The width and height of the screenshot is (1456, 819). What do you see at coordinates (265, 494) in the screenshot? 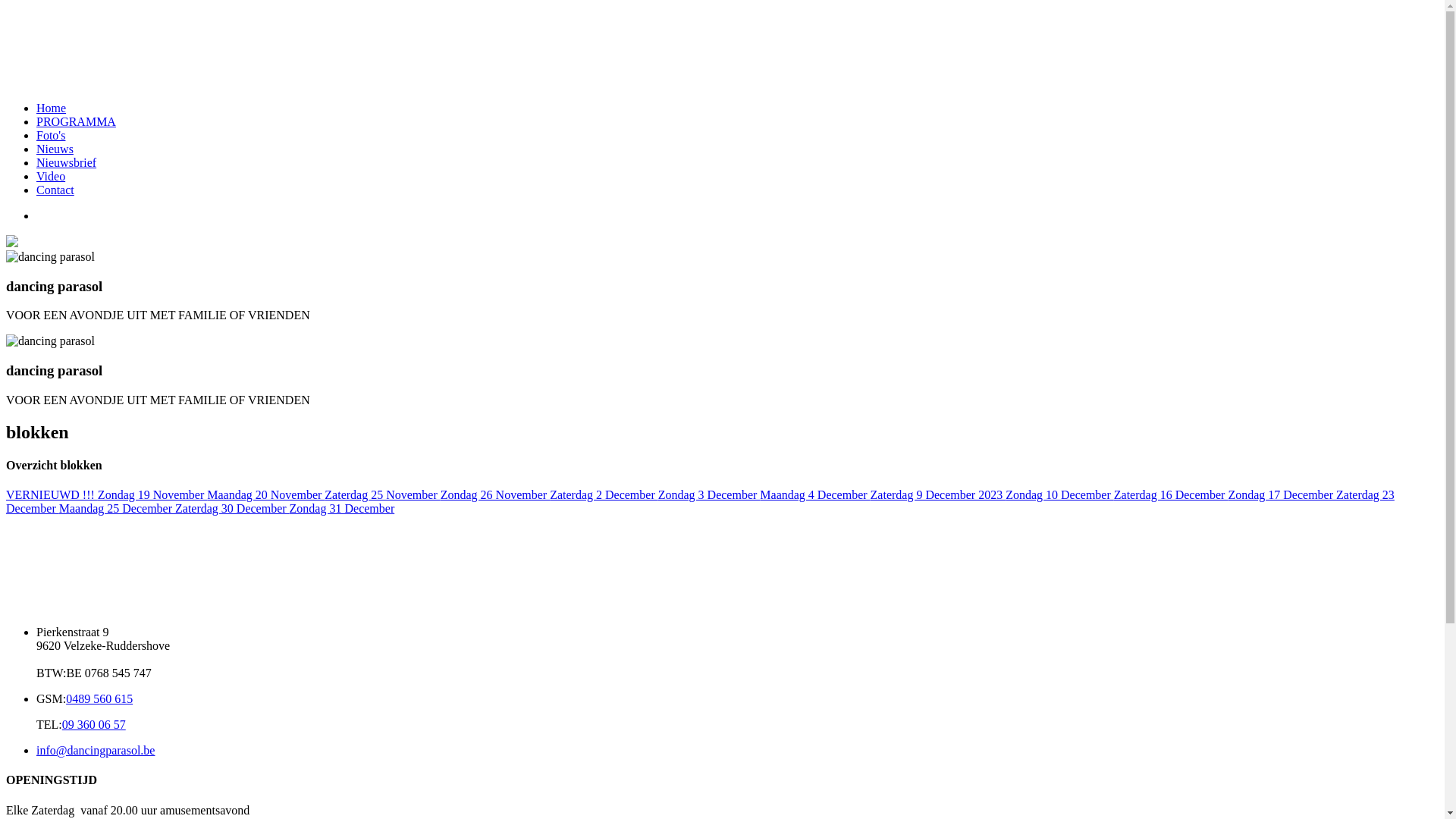
I see `'Maandag 20 November'` at bounding box center [265, 494].